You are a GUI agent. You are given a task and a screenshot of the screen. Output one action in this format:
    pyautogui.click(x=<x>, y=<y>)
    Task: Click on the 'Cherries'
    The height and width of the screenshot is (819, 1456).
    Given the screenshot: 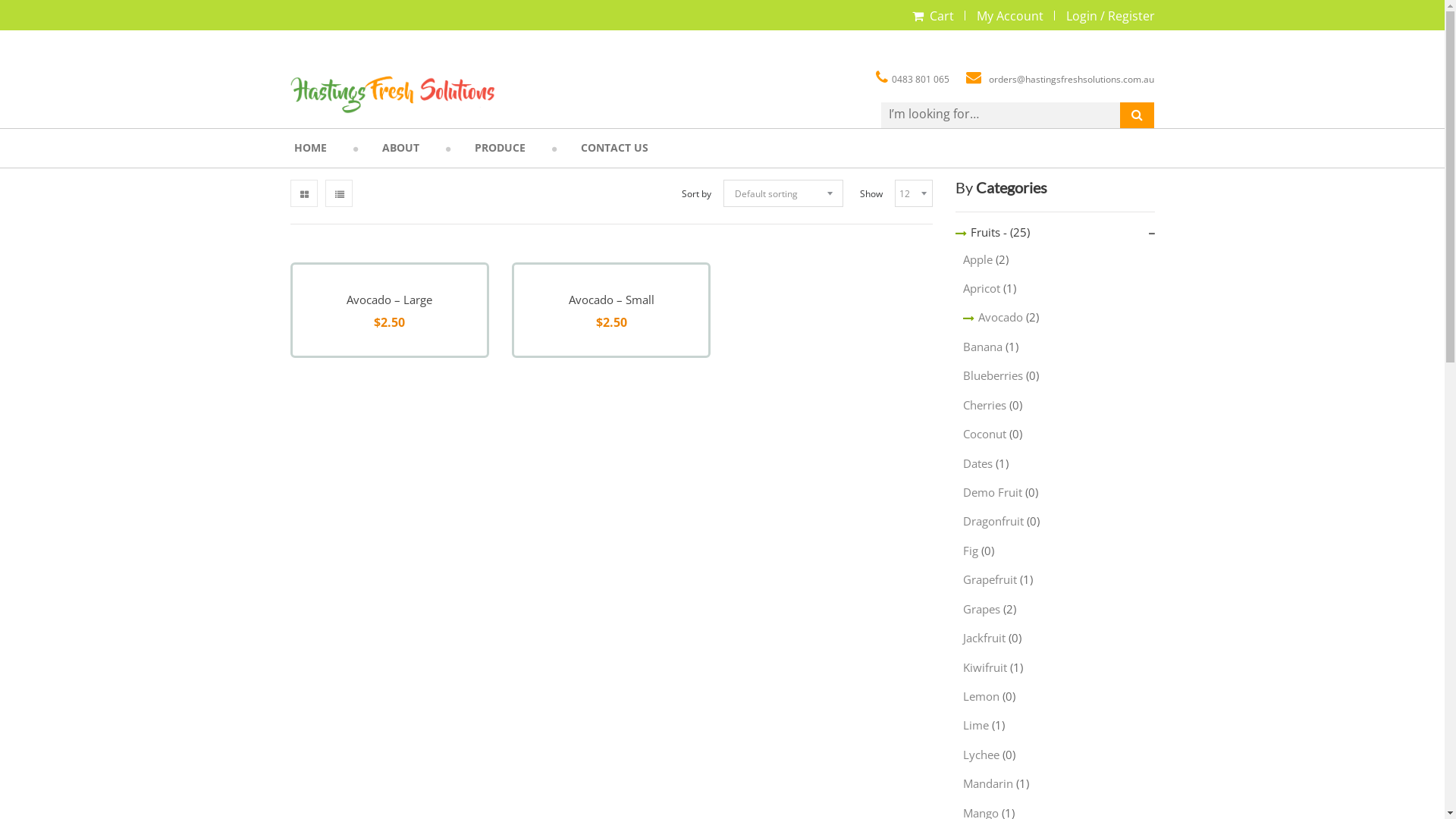 What is the action you would take?
    pyautogui.click(x=984, y=403)
    